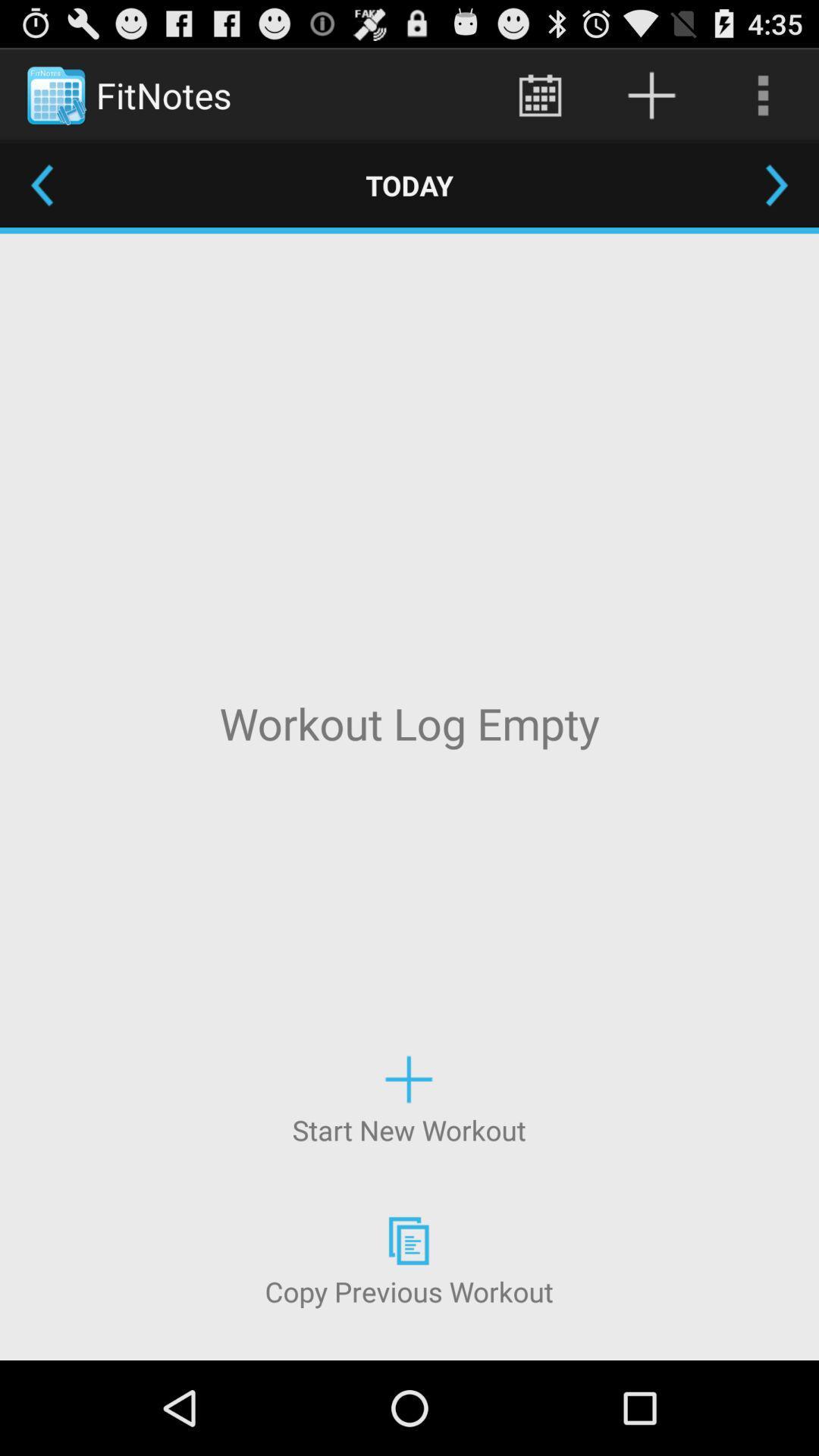  What do you see at coordinates (408, 1260) in the screenshot?
I see `copy previous workout item` at bounding box center [408, 1260].